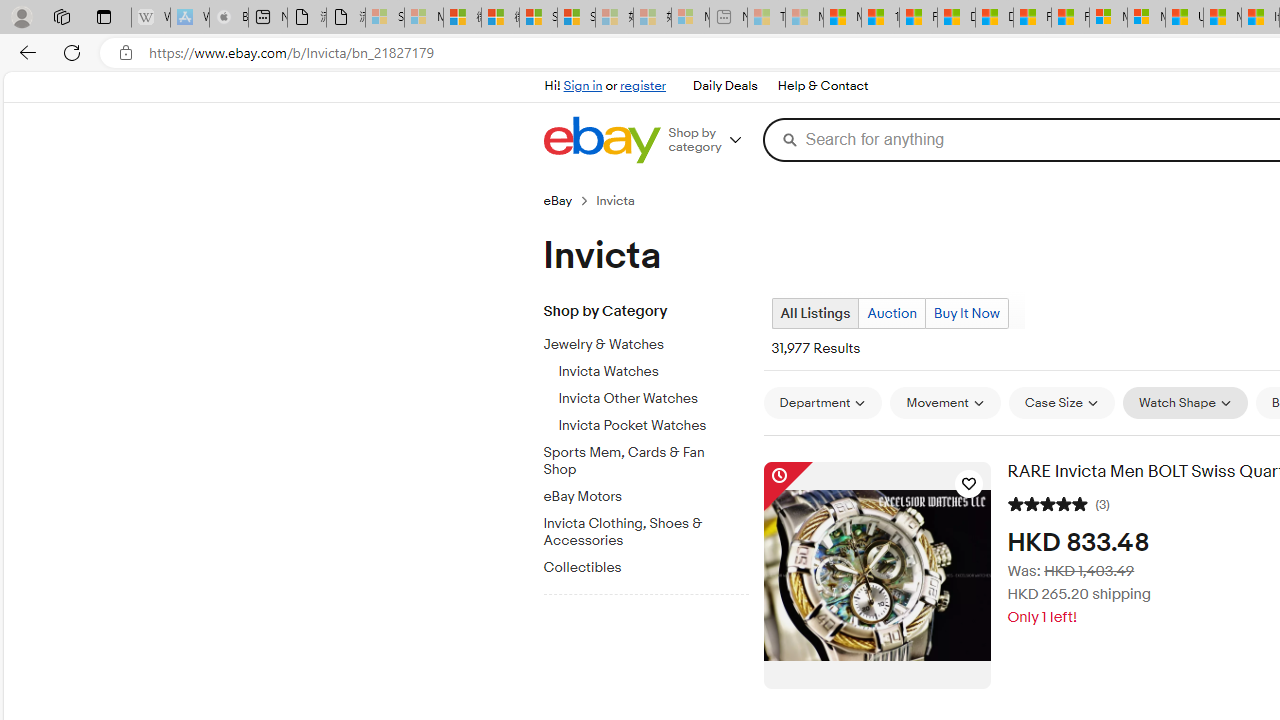  What do you see at coordinates (723, 85) in the screenshot?
I see `'Daily Deals'` at bounding box center [723, 85].